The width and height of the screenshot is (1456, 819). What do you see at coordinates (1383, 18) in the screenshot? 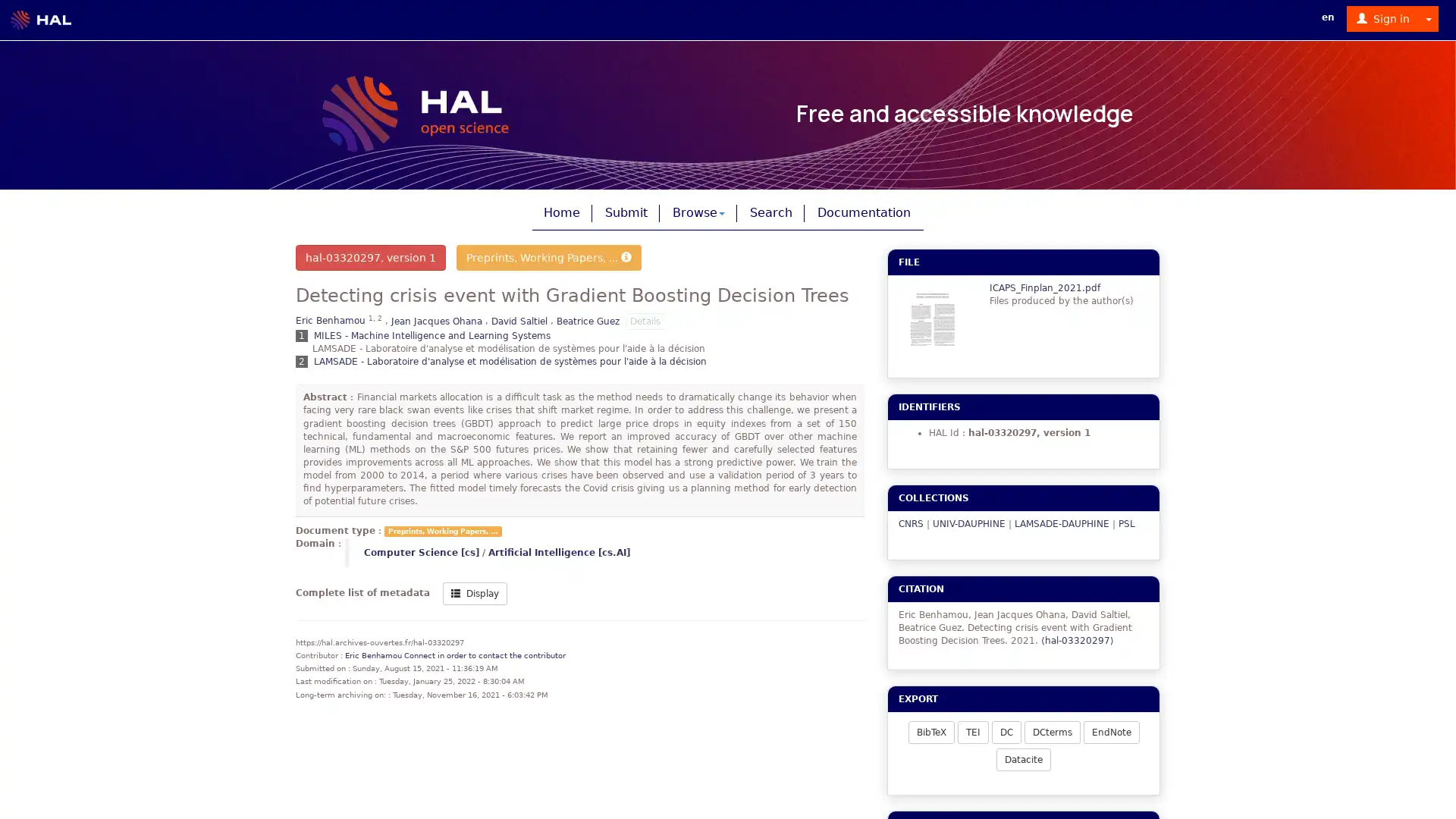
I see `Sign in` at bounding box center [1383, 18].